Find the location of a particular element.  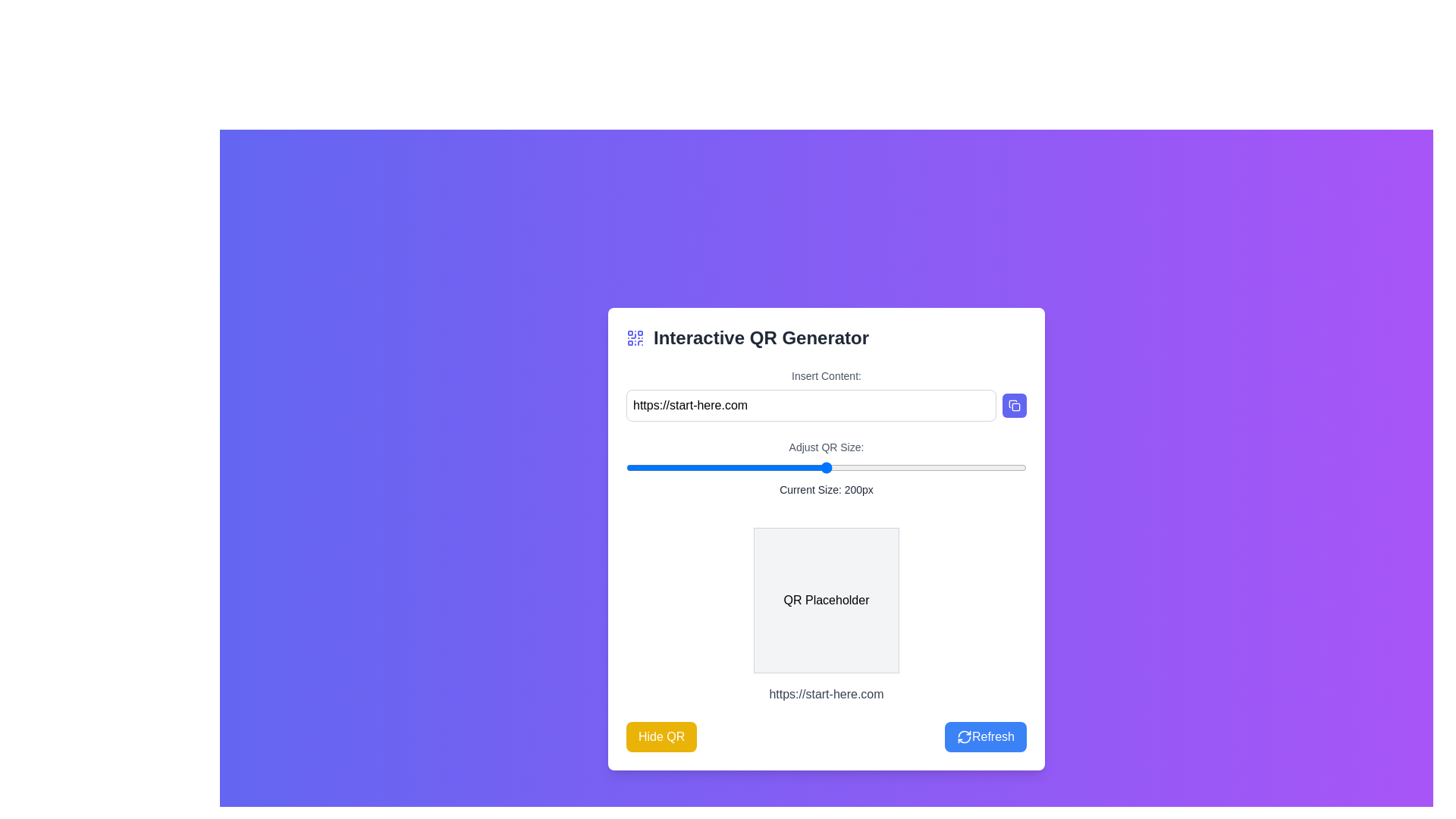

the textual hyperlink styled in gray located at the bottom of the 'QR Placeholder' section is located at coordinates (825, 694).